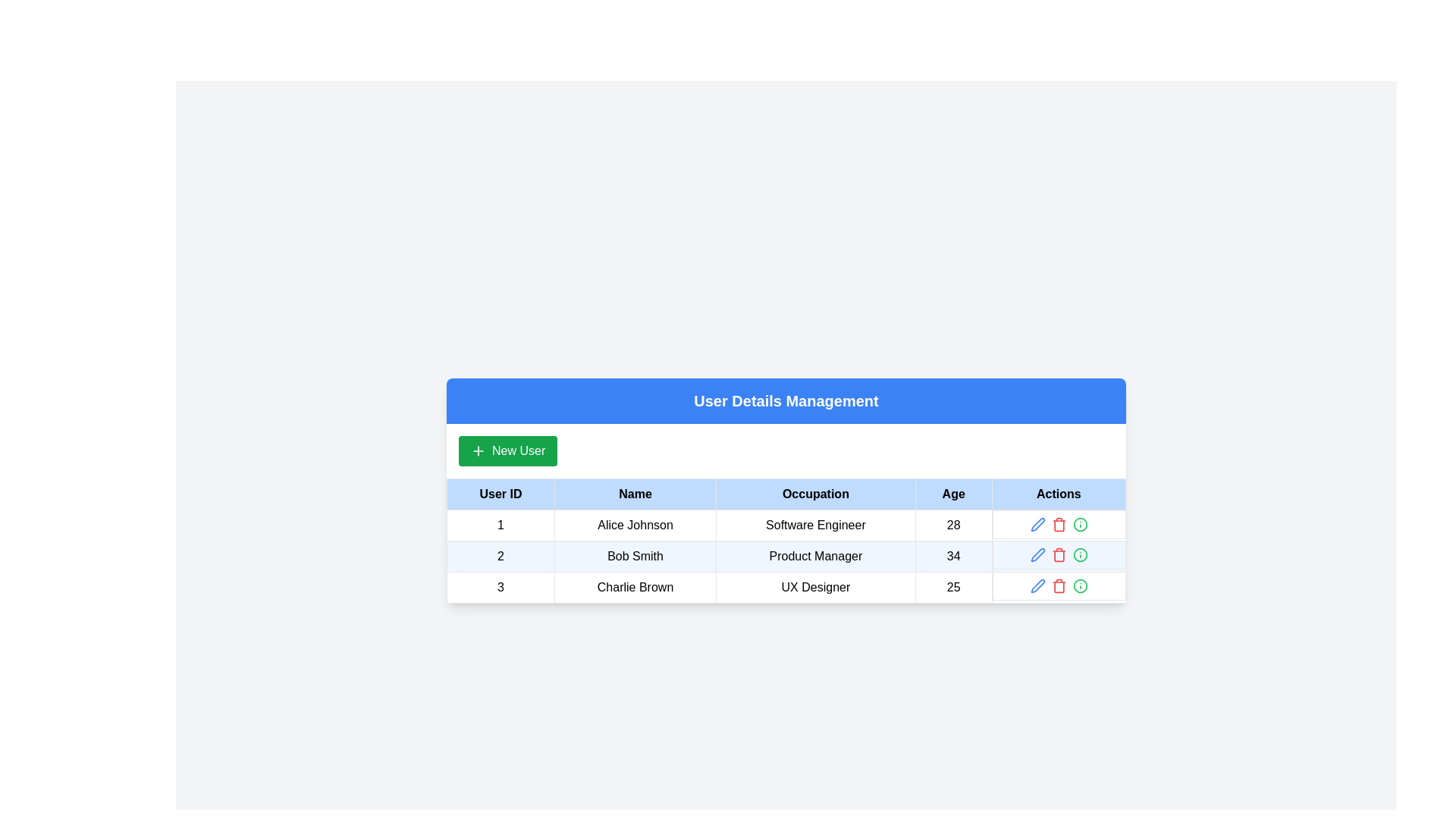 The image size is (1456, 819). I want to click on the red trashcan icon in the Actions column for Bob Smith, so click(1058, 555).